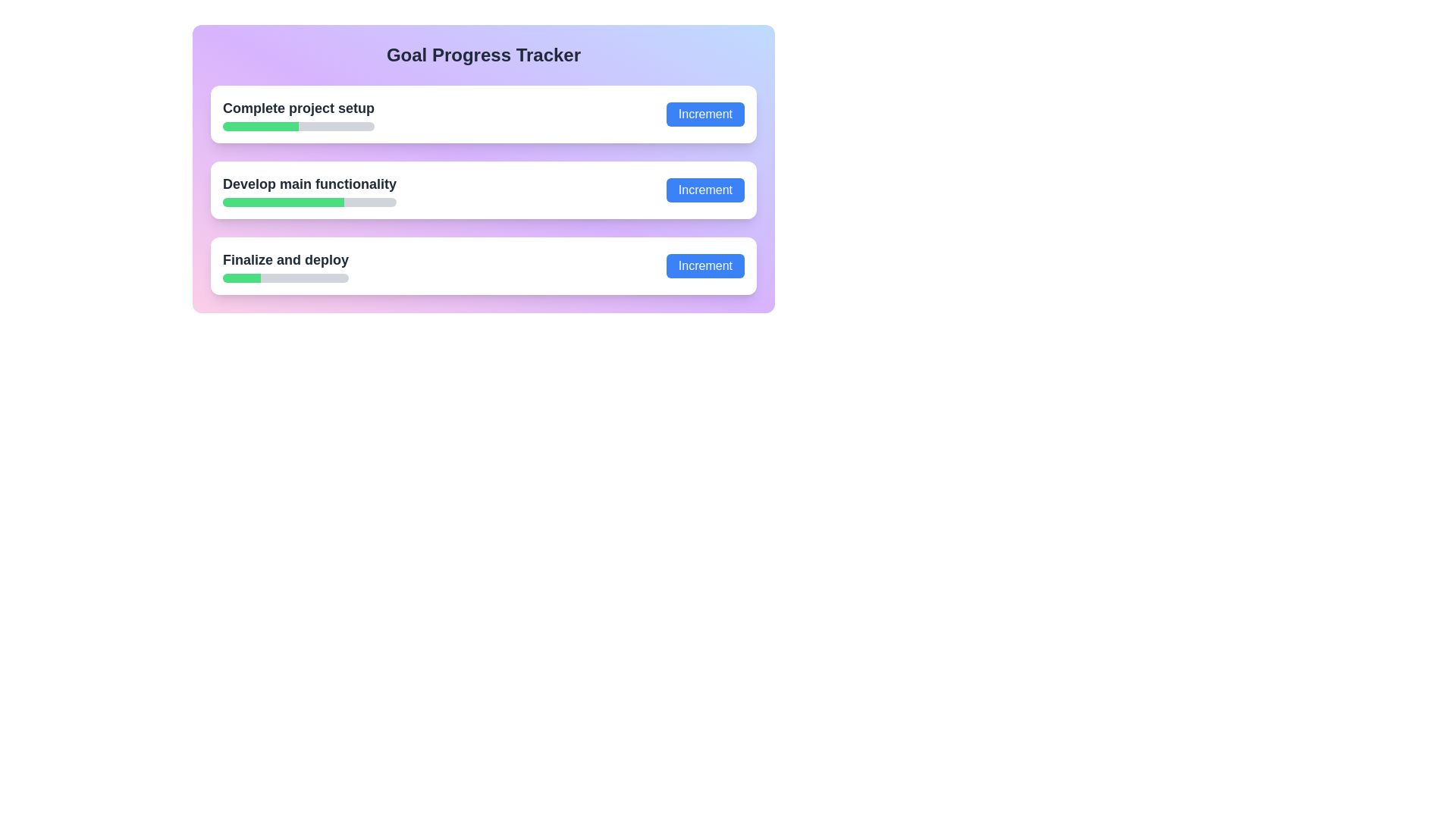 The height and width of the screenshot is (819, 1456). I want to click on the 'Increment' button in the topmost card, so click(704, 113).